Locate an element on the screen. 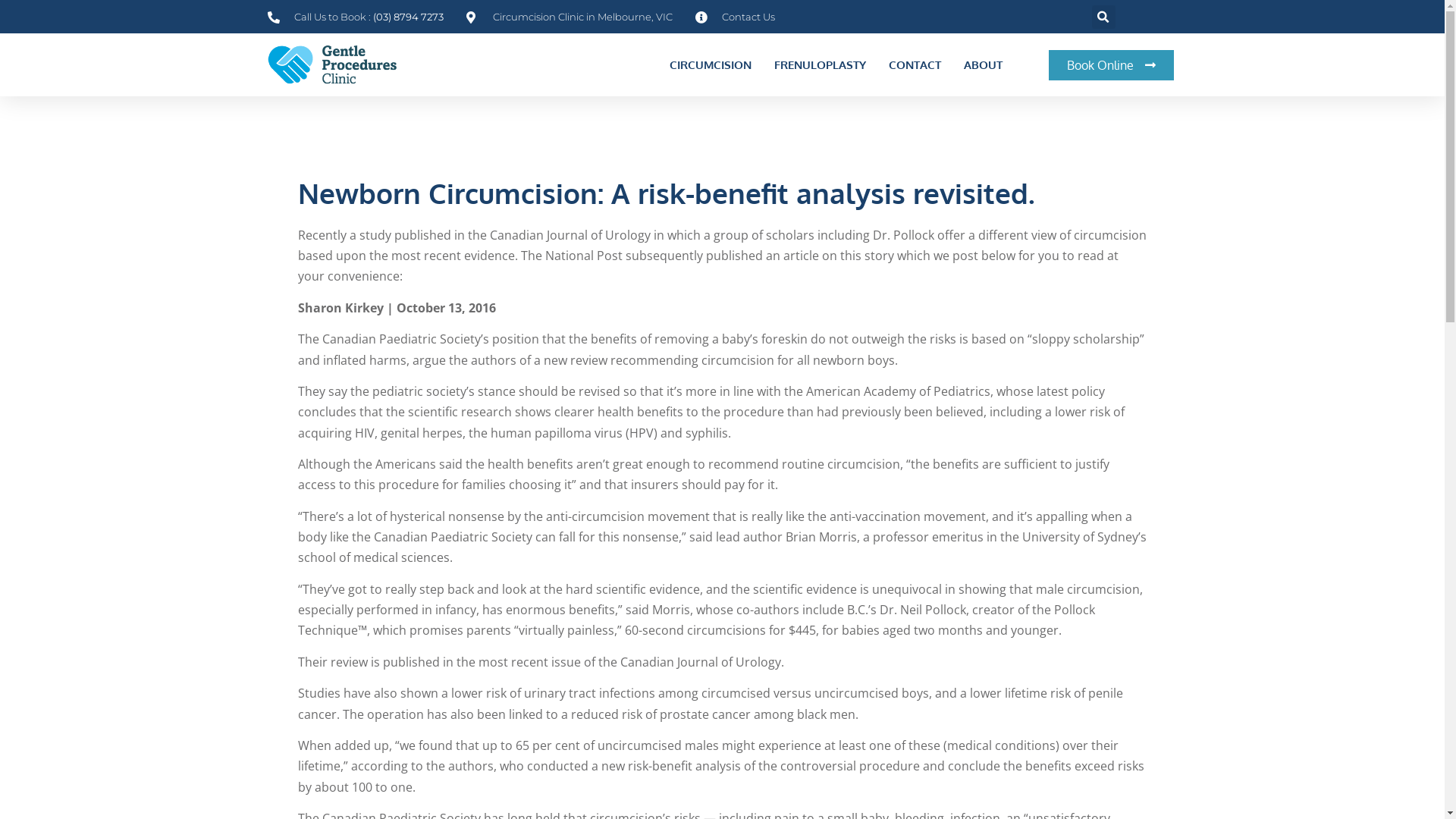  'ABOUT' is located at coordinates (983, 64).